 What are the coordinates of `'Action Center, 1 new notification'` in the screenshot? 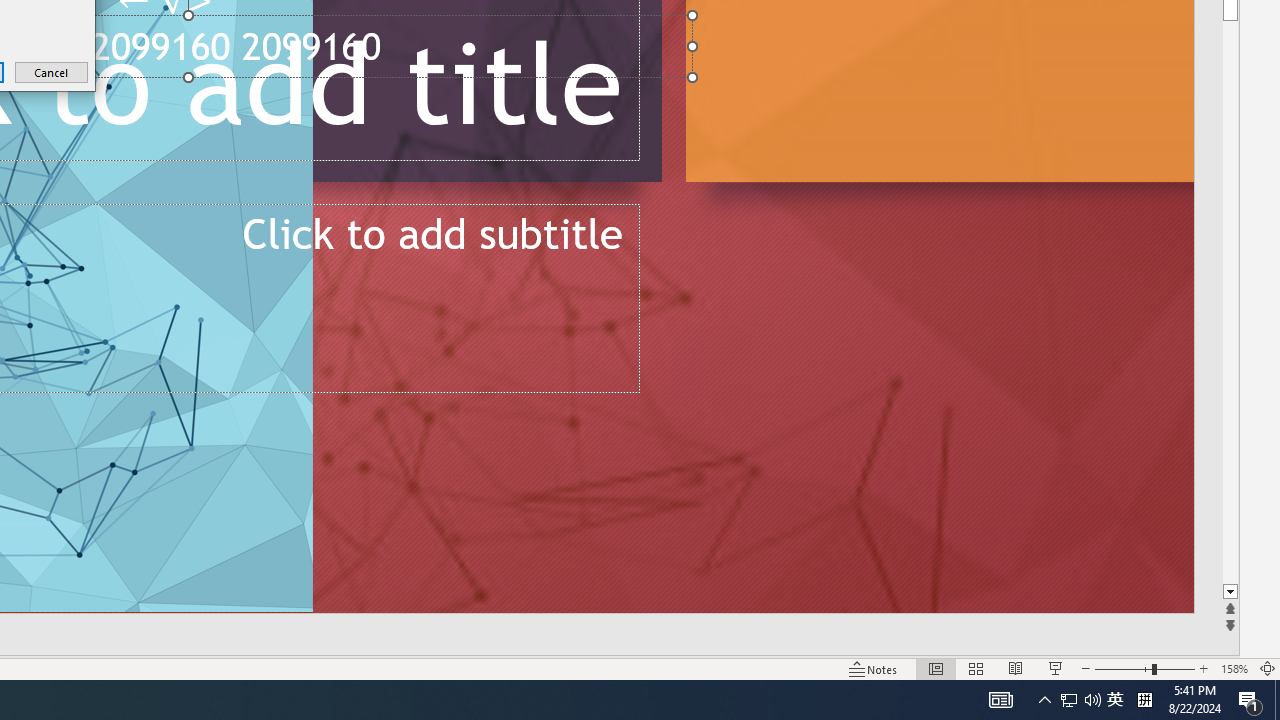 It's located at (1233, 669).